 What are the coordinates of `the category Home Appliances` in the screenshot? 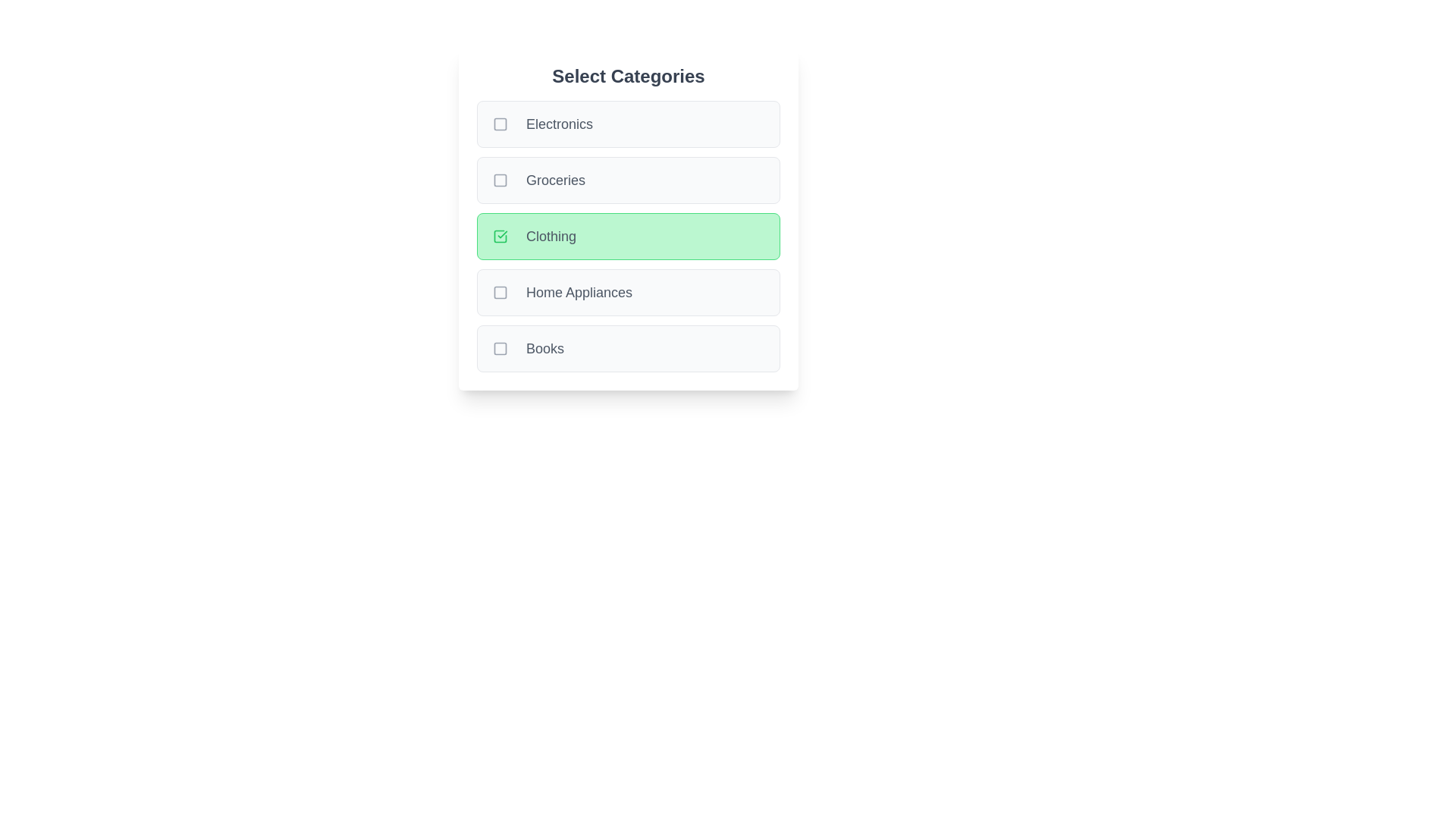 It's located at (629, 292).